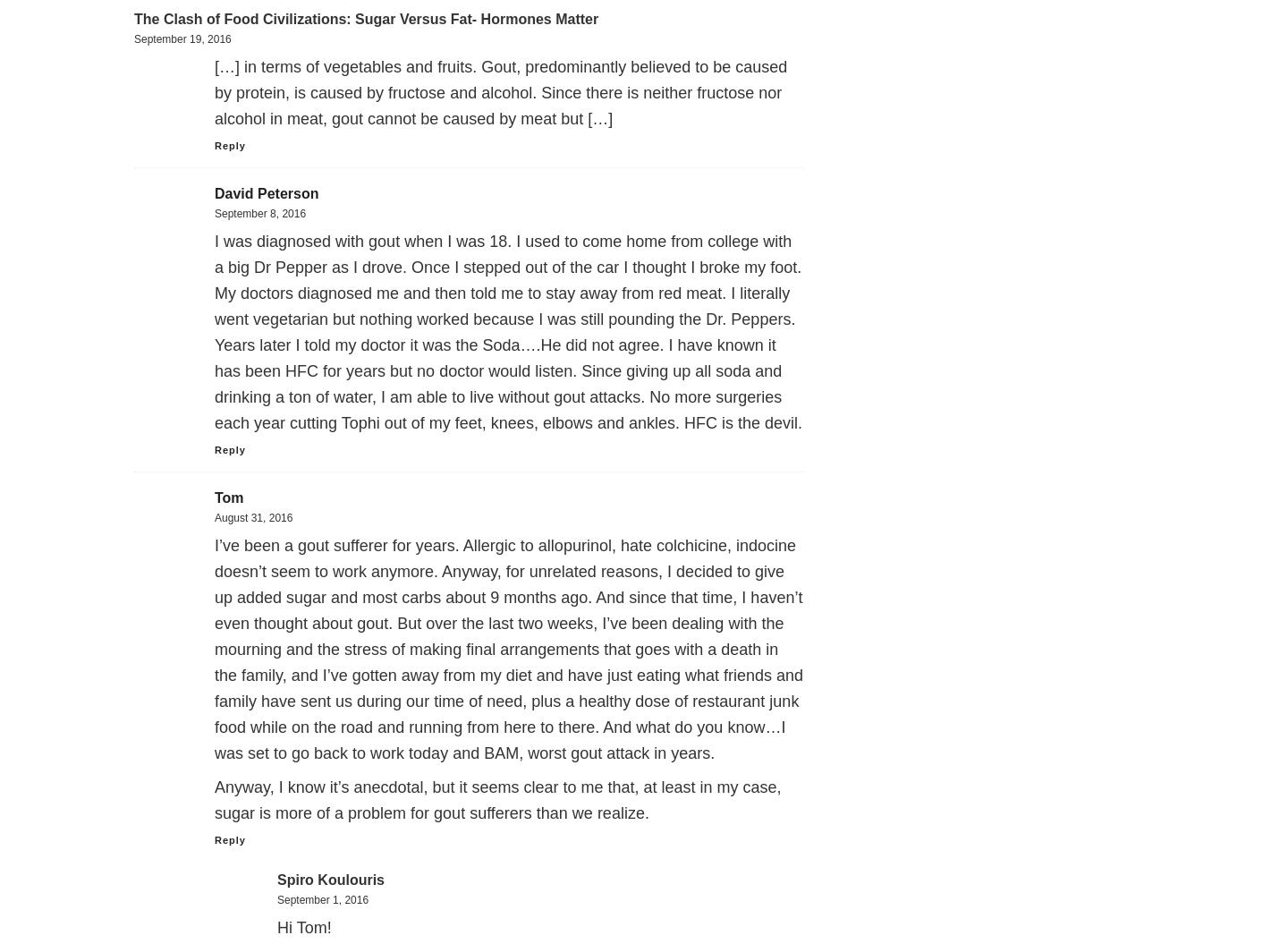  I want to click on 'Hi Tom!', so click(303, 926).